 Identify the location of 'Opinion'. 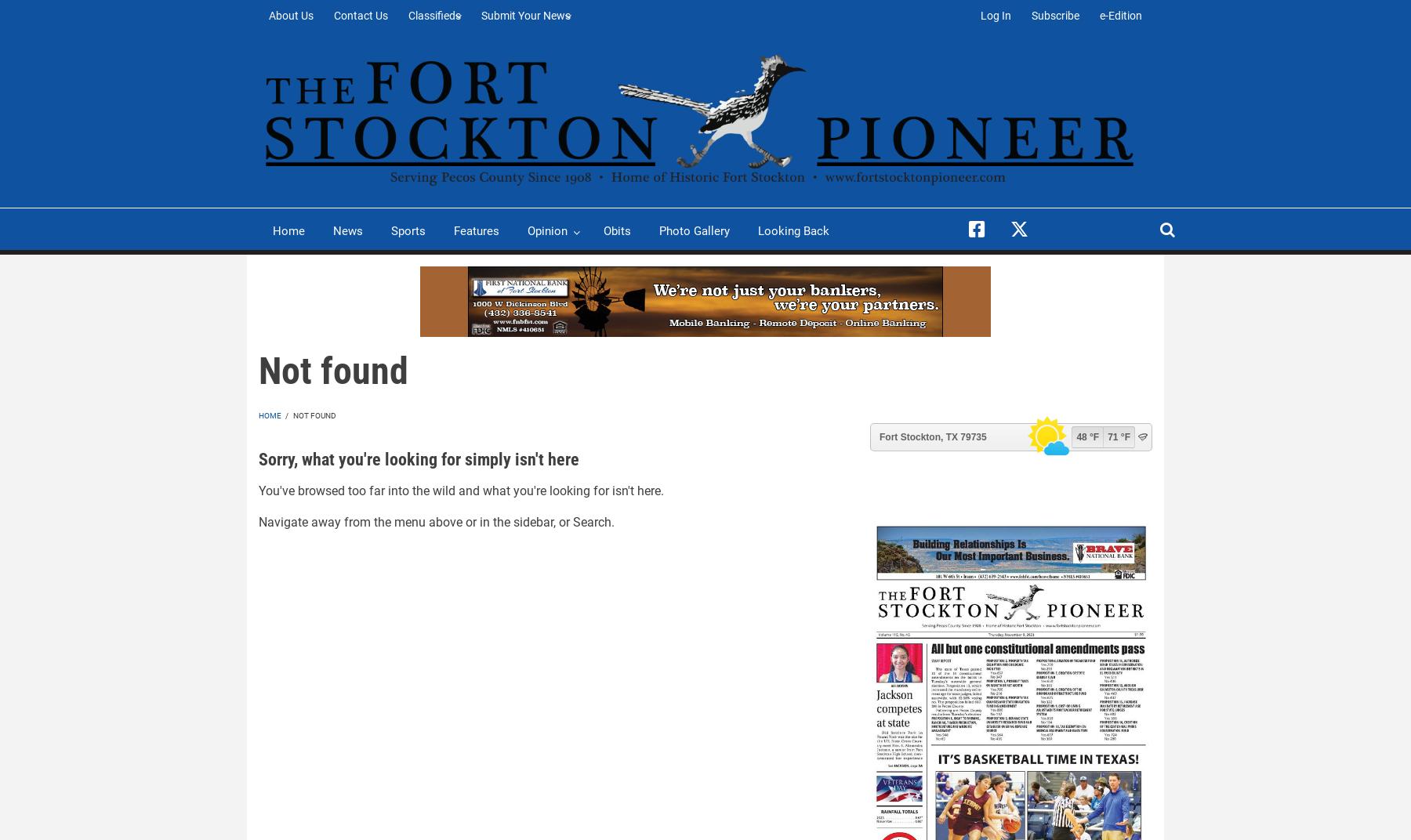
(546, 230).